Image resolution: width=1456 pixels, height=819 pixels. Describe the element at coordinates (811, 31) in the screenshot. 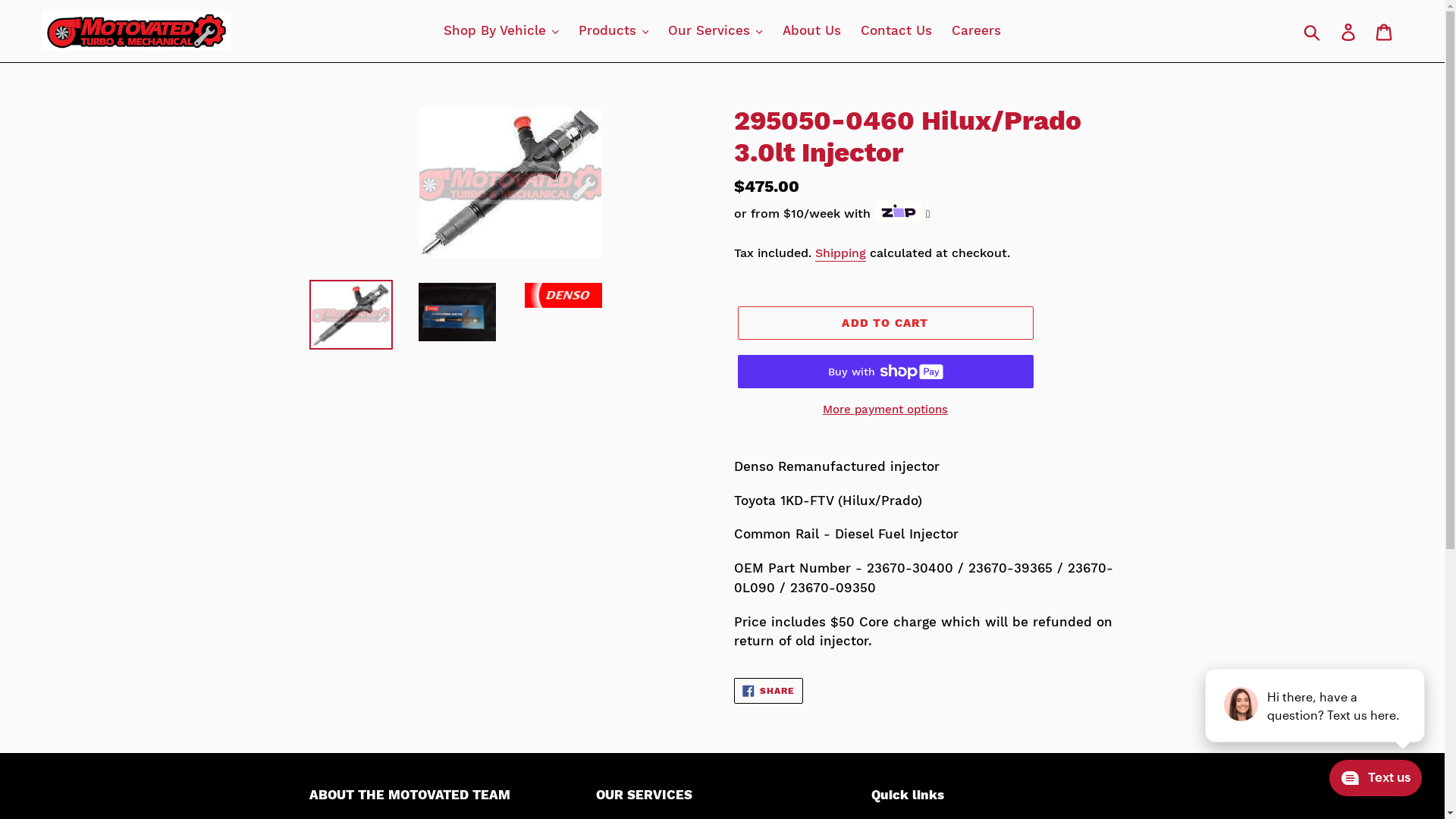

I see `'About Us'` at that location.